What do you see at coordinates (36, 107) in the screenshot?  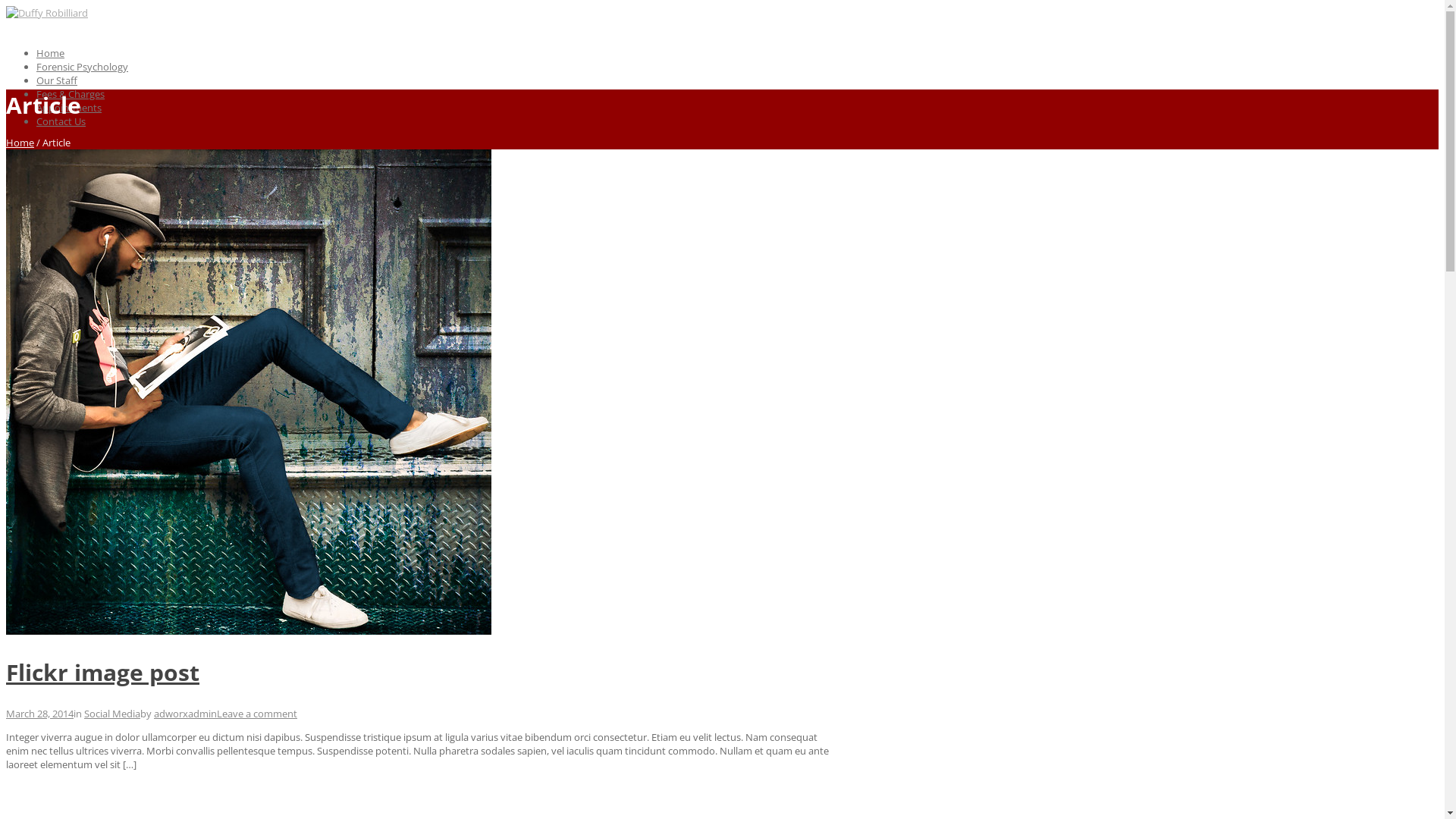 I see `'Appointments'` at bounding box center [36, 107].